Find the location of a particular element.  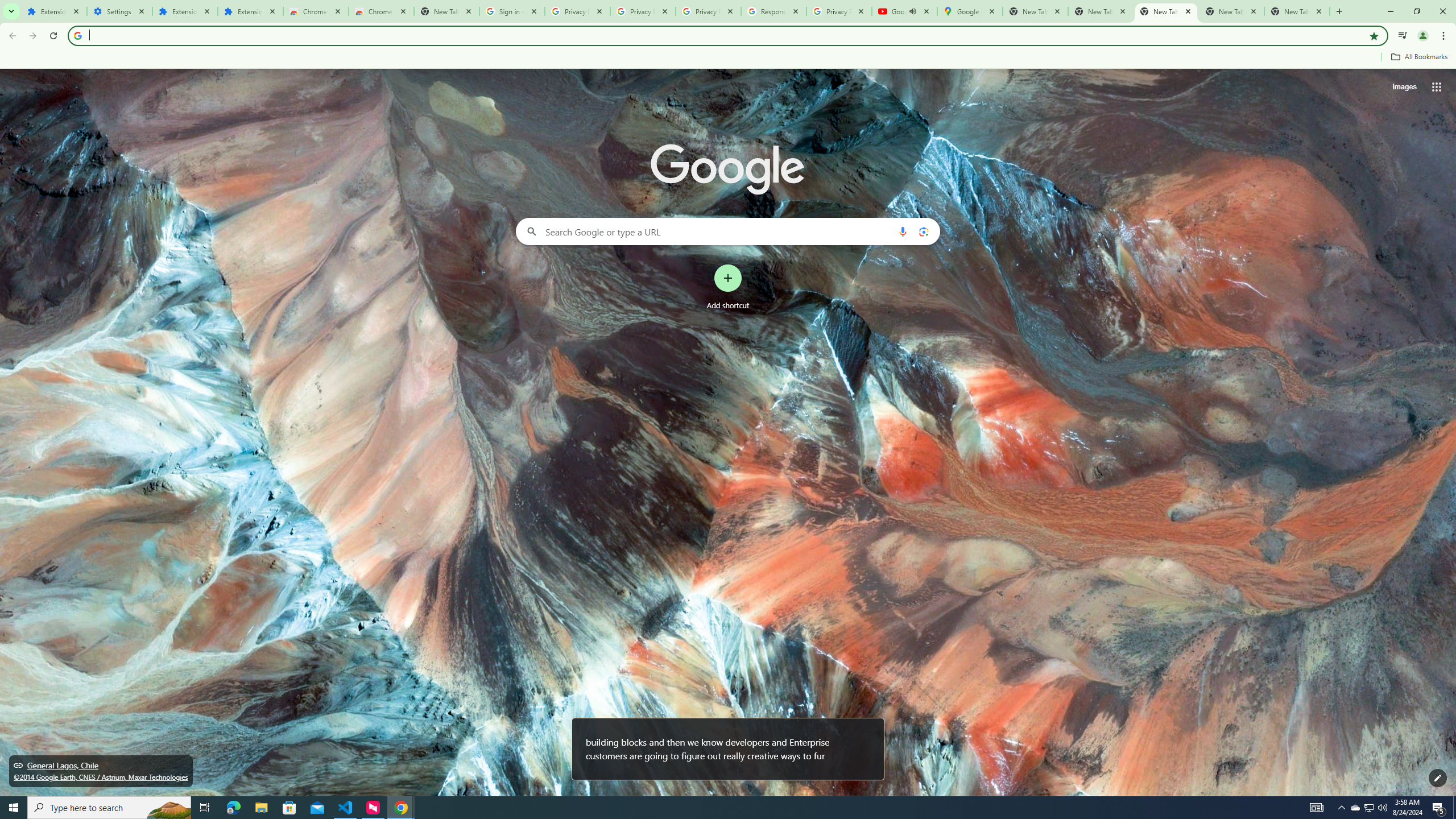

'Add shortcut' is located at coordinates (728, 287).